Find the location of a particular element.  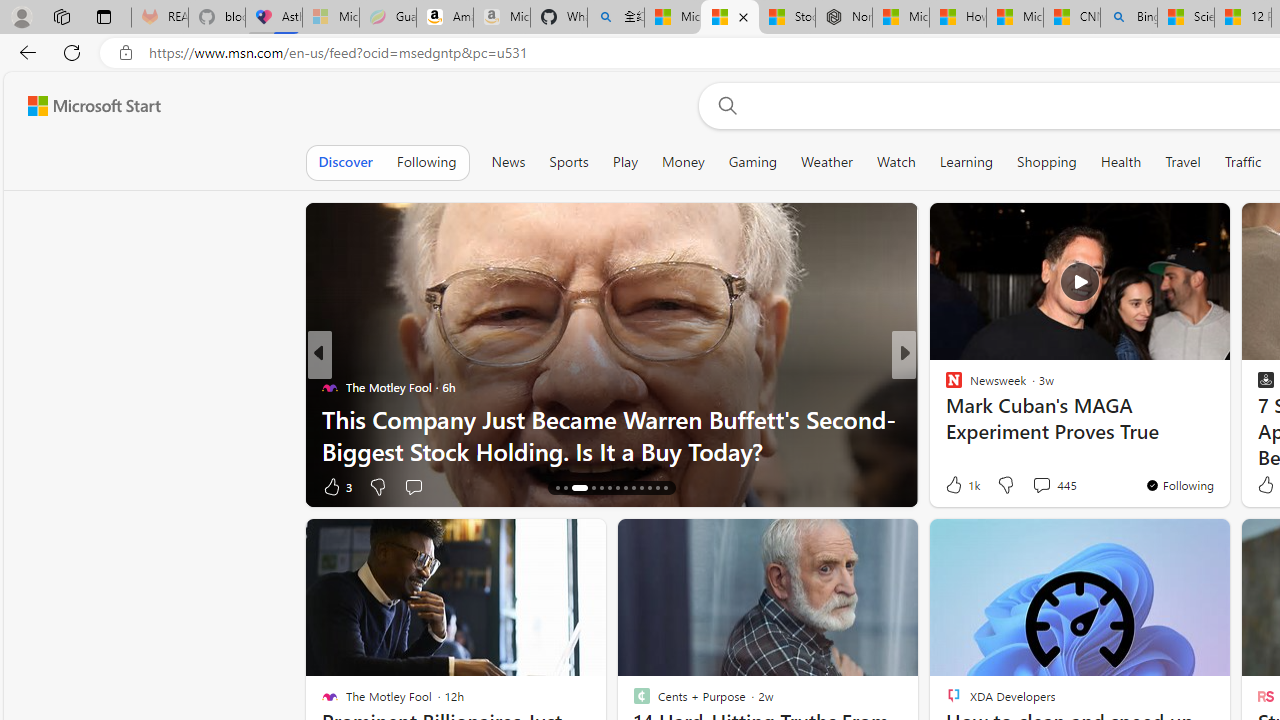

'121 Like' is located at coordinates (958, 486).